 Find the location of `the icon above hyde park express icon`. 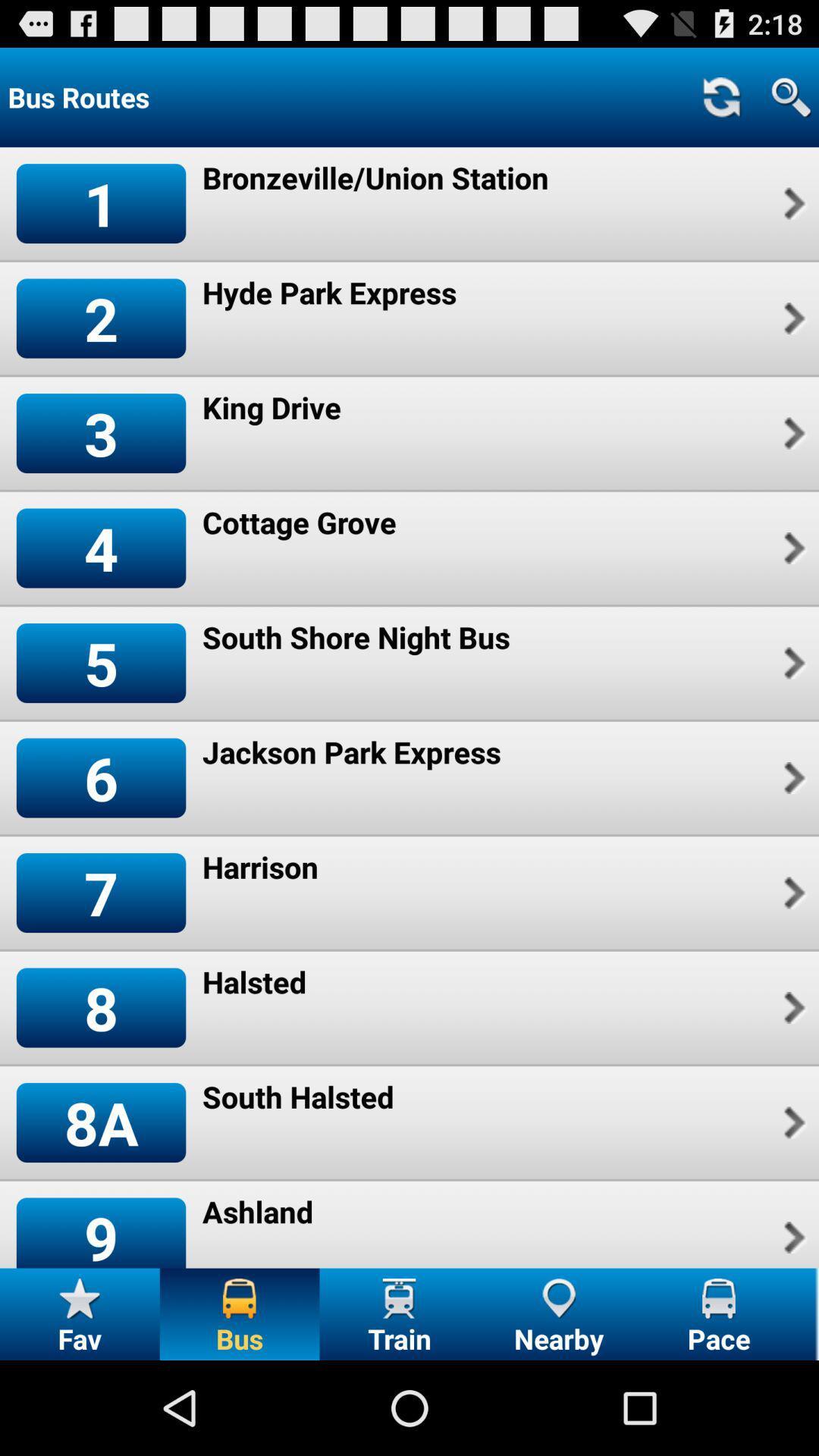

the icon above hyde park express icon is located at coordinates (375, 177).